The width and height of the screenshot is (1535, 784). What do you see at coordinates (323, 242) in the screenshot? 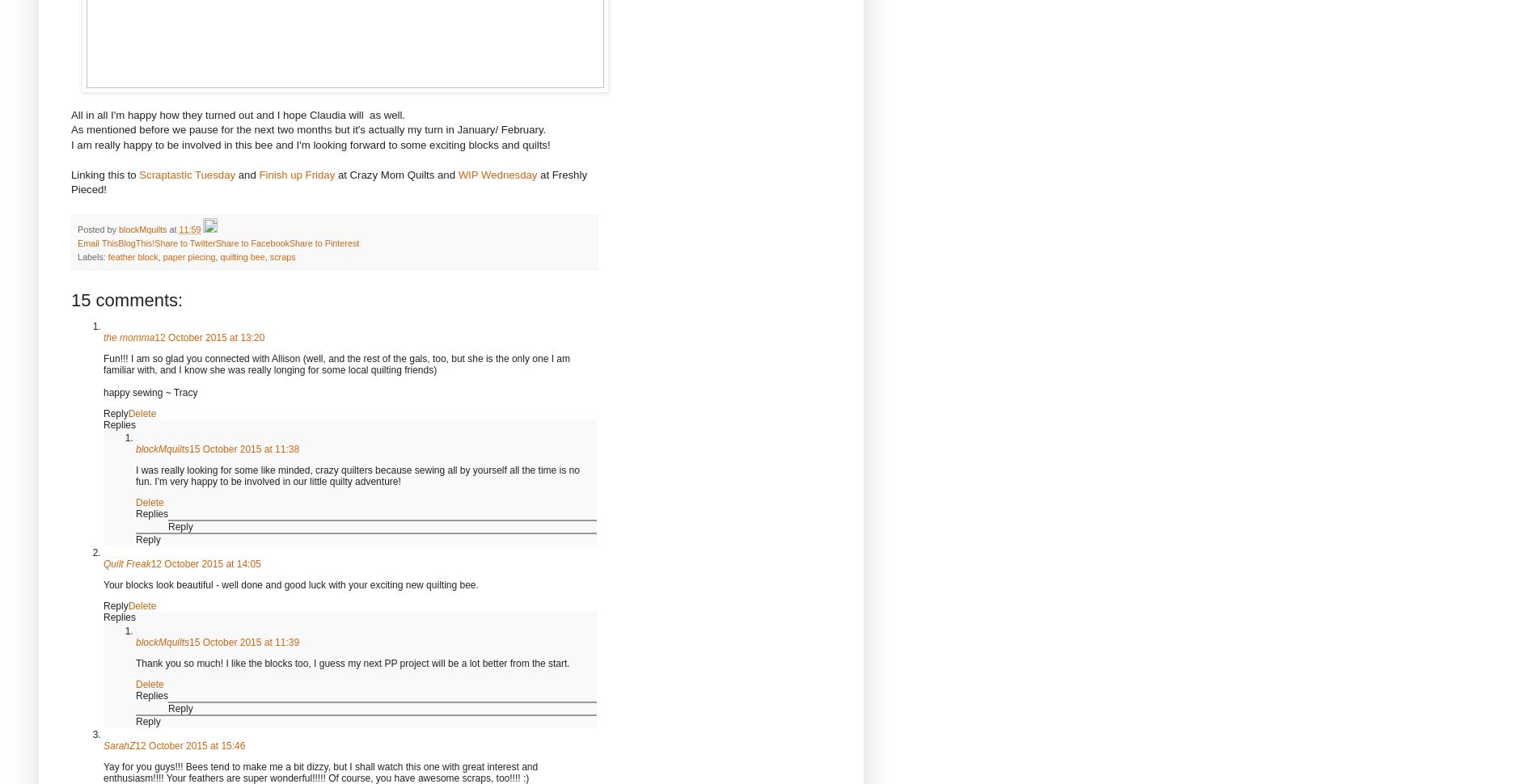
I see `'Share to Pinterest'` at bounding box center [323, 242].